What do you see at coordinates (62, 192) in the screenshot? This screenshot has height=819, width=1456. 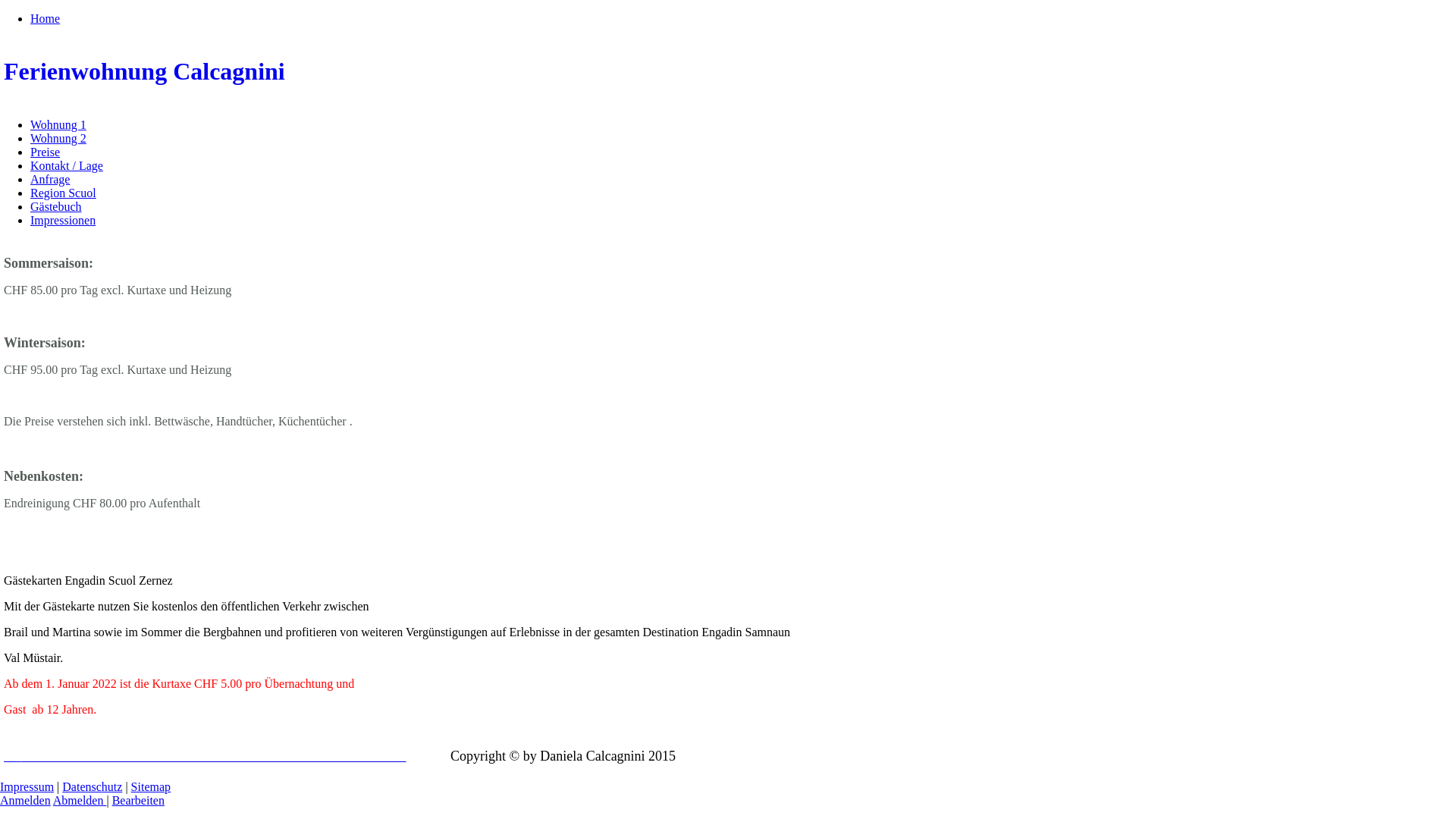 I see `'Region Scuol'` at bounding box center [62, 192].